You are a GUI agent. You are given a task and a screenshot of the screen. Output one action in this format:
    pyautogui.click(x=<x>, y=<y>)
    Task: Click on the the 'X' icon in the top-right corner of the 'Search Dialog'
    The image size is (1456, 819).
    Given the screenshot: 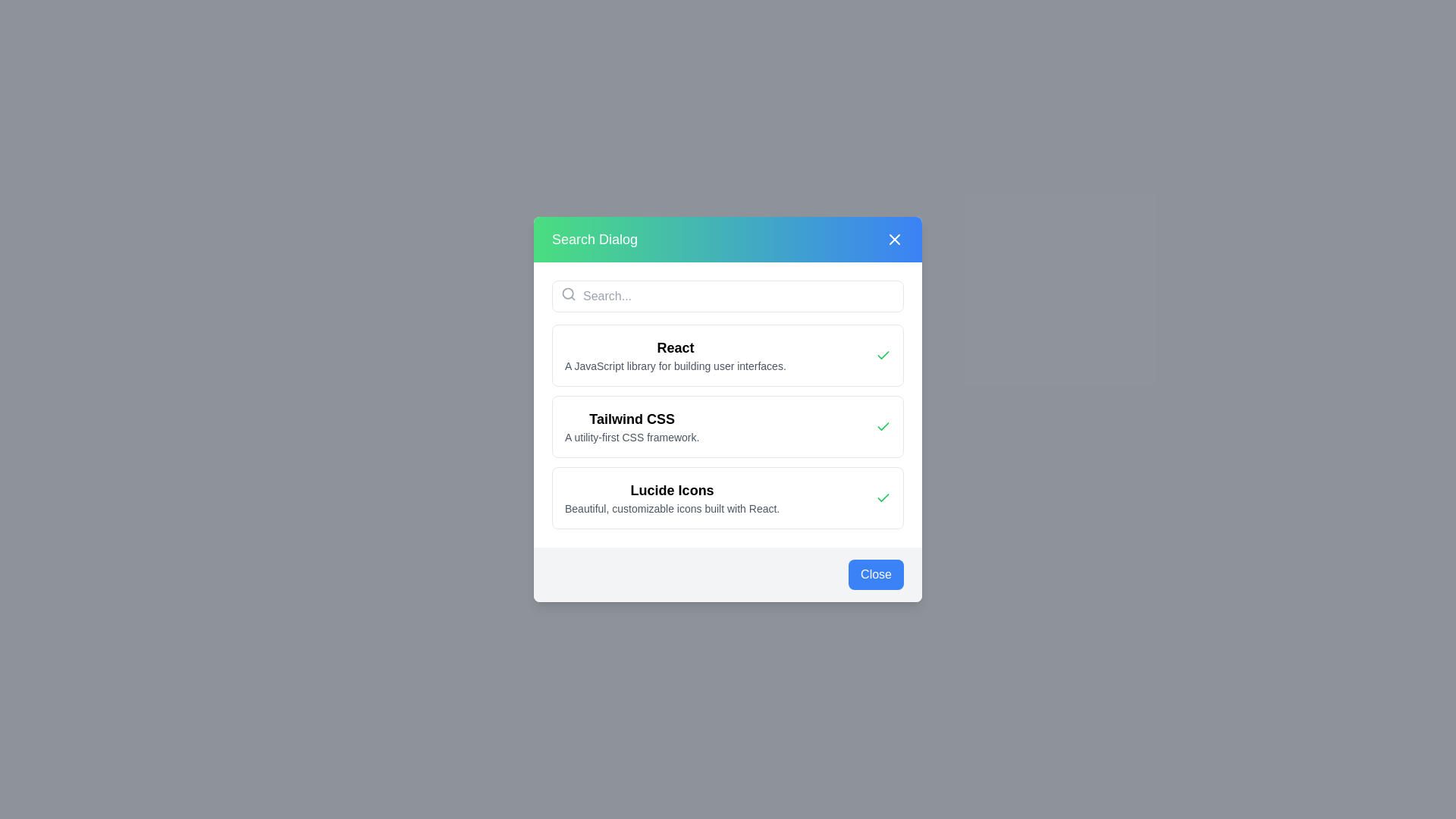 What is the action you would take?
    pyautogui.click(x=895, y=239)
    